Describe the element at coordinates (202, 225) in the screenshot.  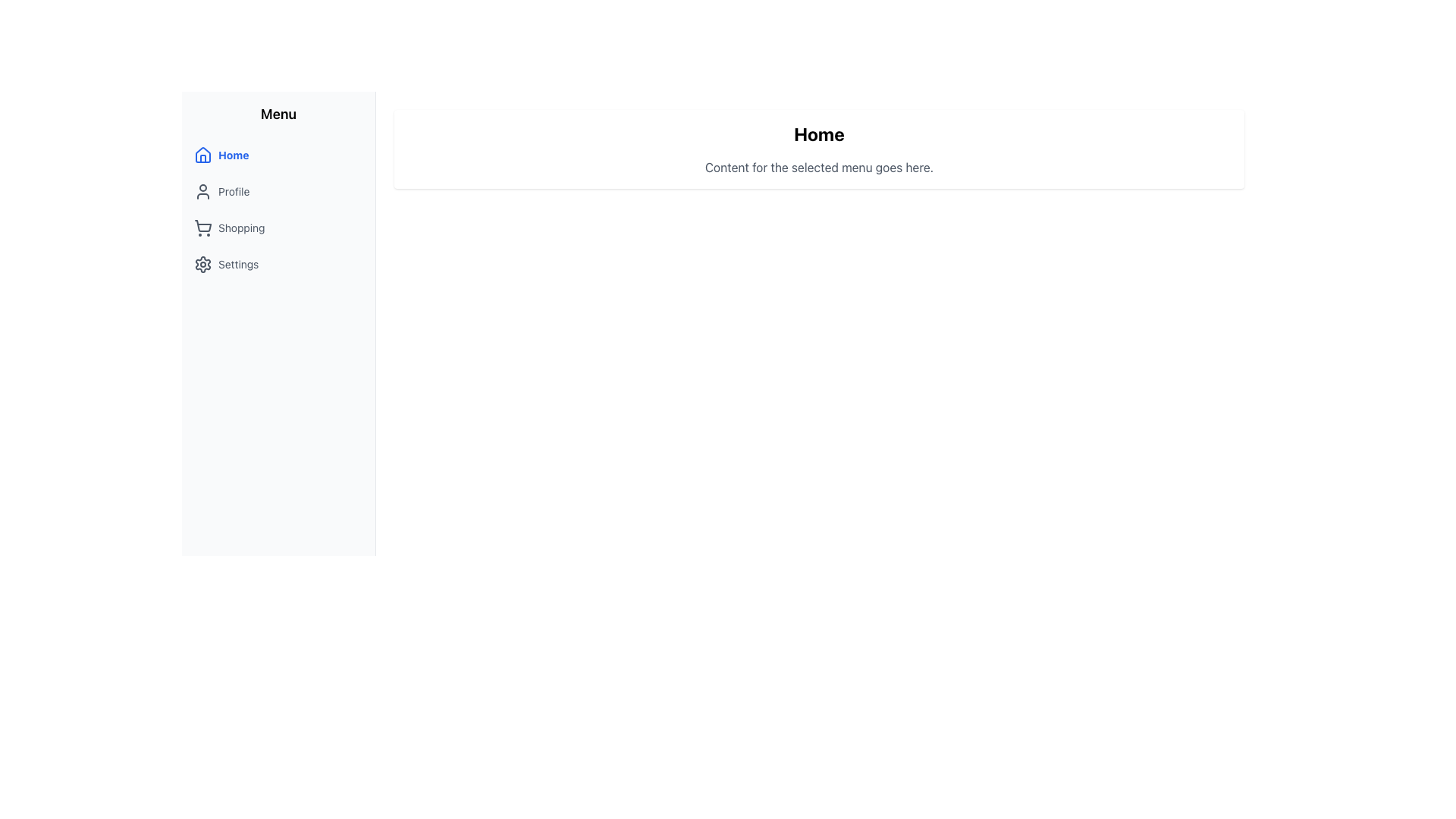
I see `the shopping cart icon located in the sidebar menu under the 'Shopping' label to interact with the shopping feature` at that location.